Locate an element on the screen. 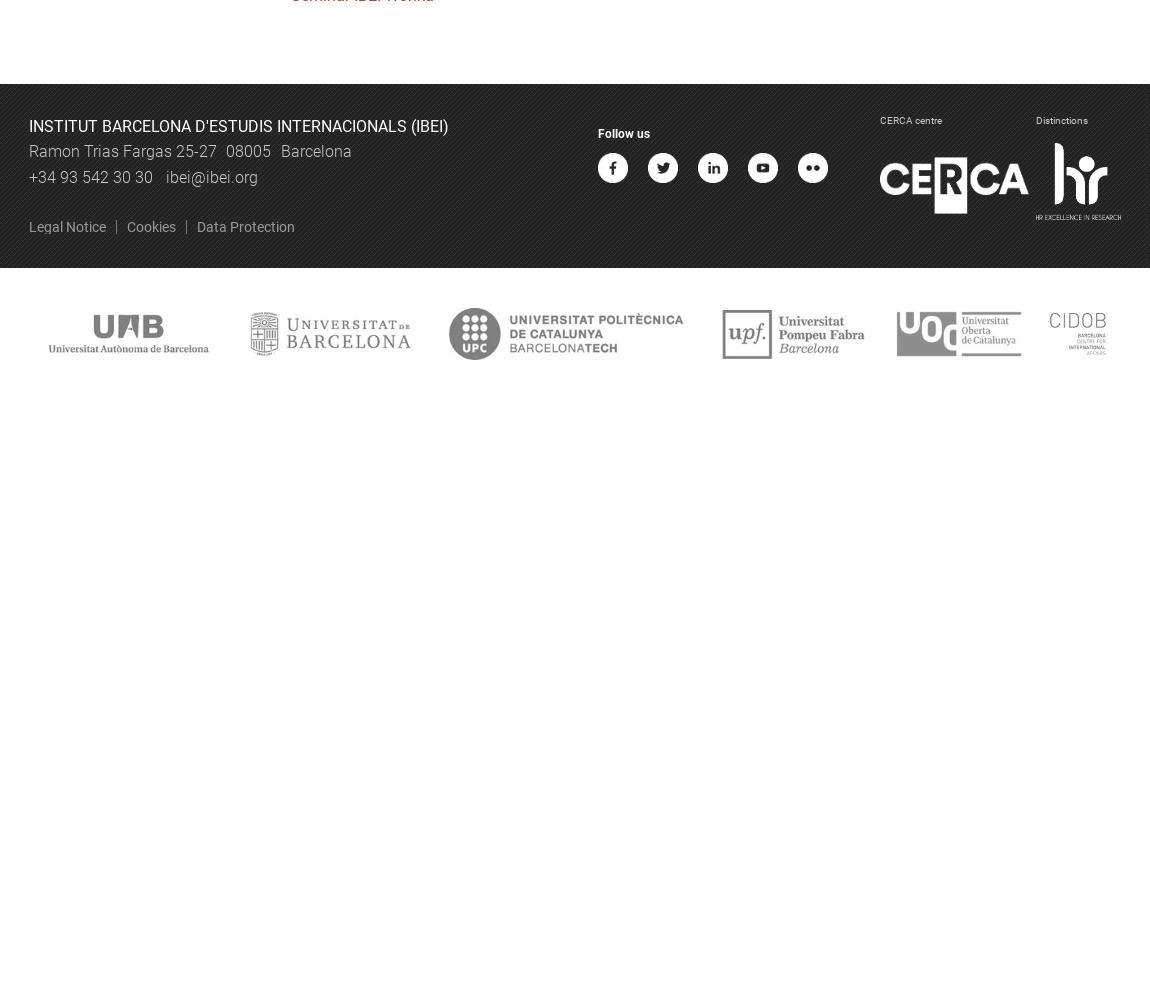 The image size is (1150, 1000). 'Barcelona' is located at coordinates (315, 151).